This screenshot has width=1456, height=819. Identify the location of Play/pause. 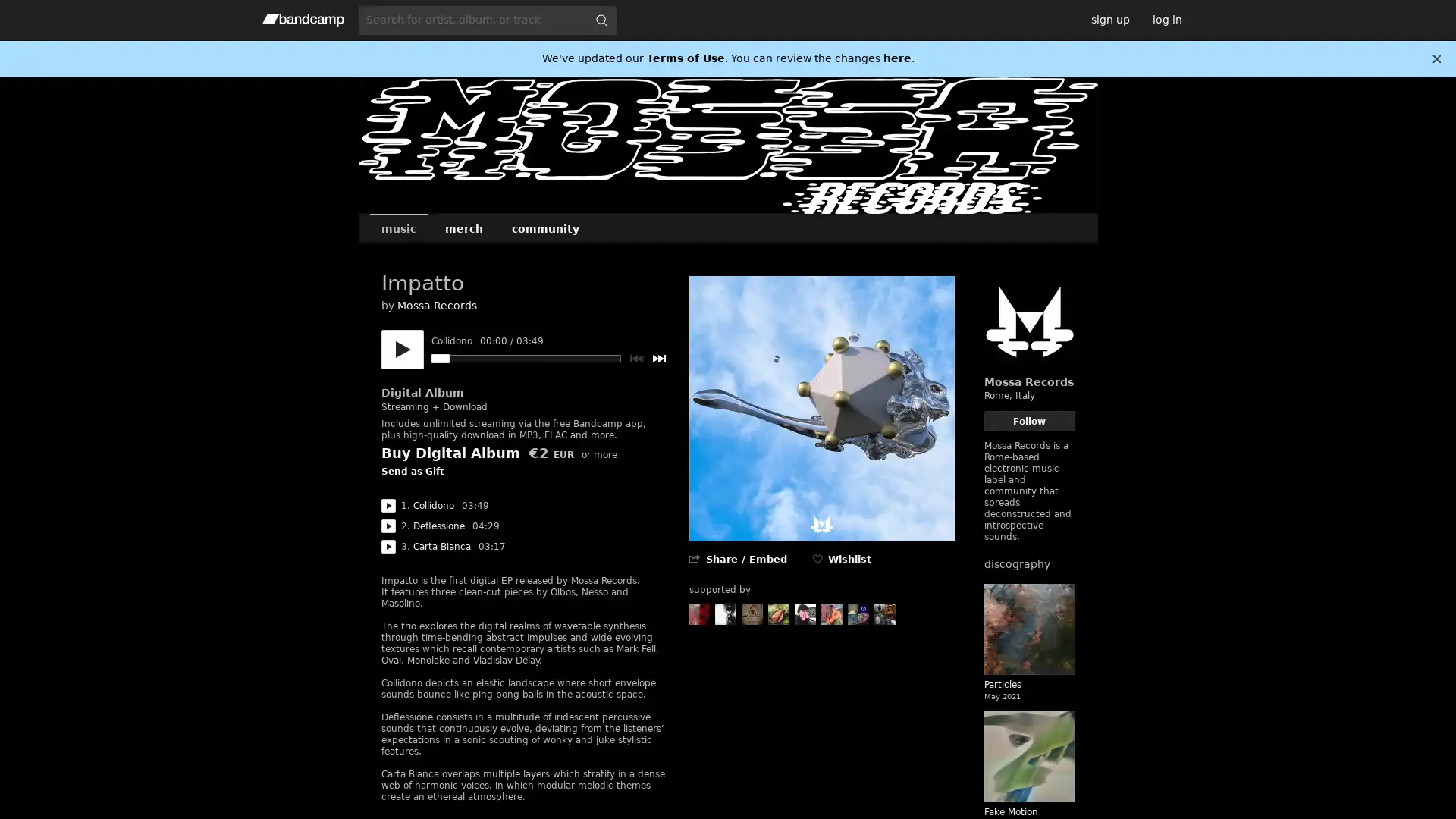
(401, 350).